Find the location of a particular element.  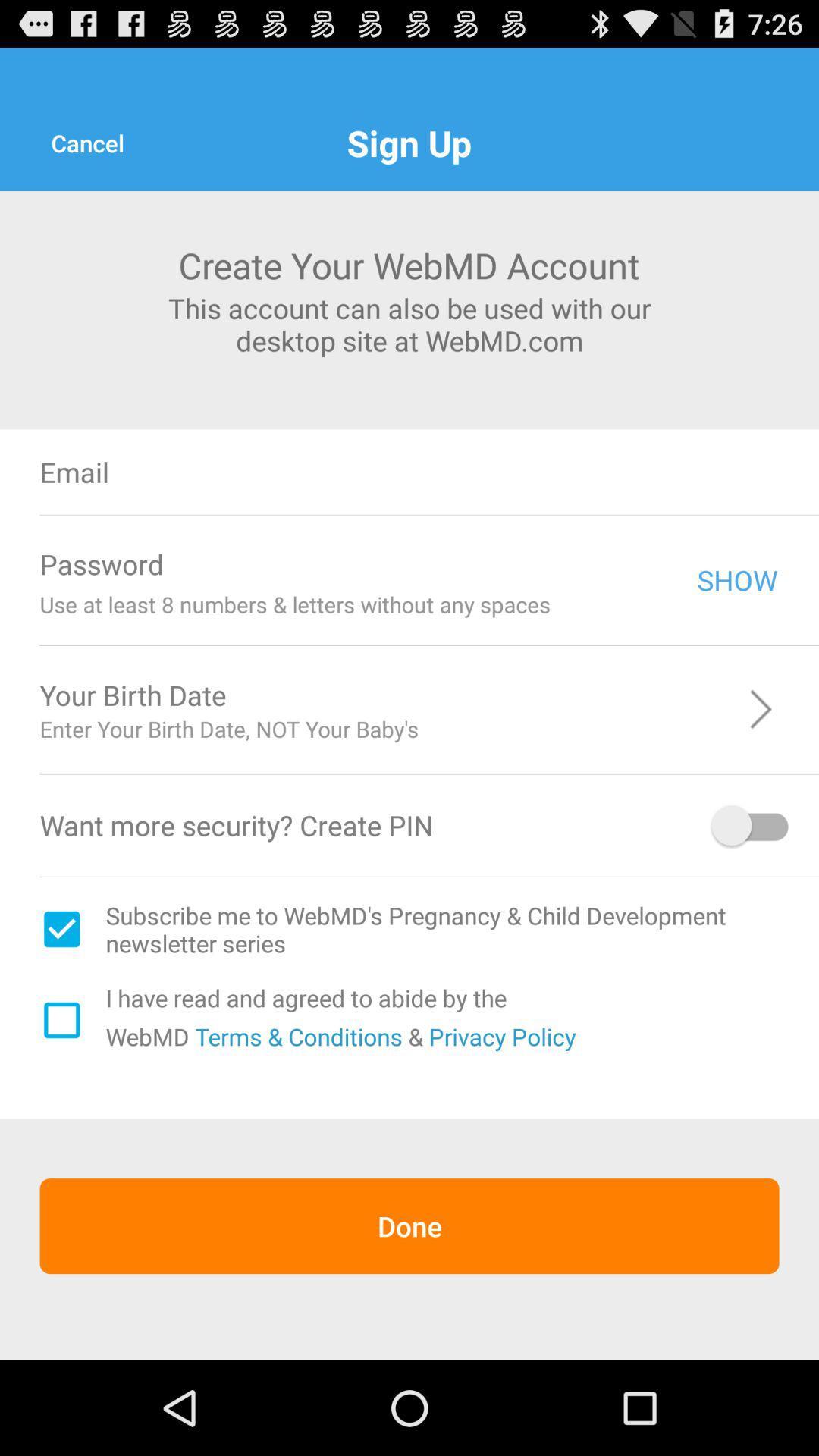

email box is located at coordinates (507, 471).